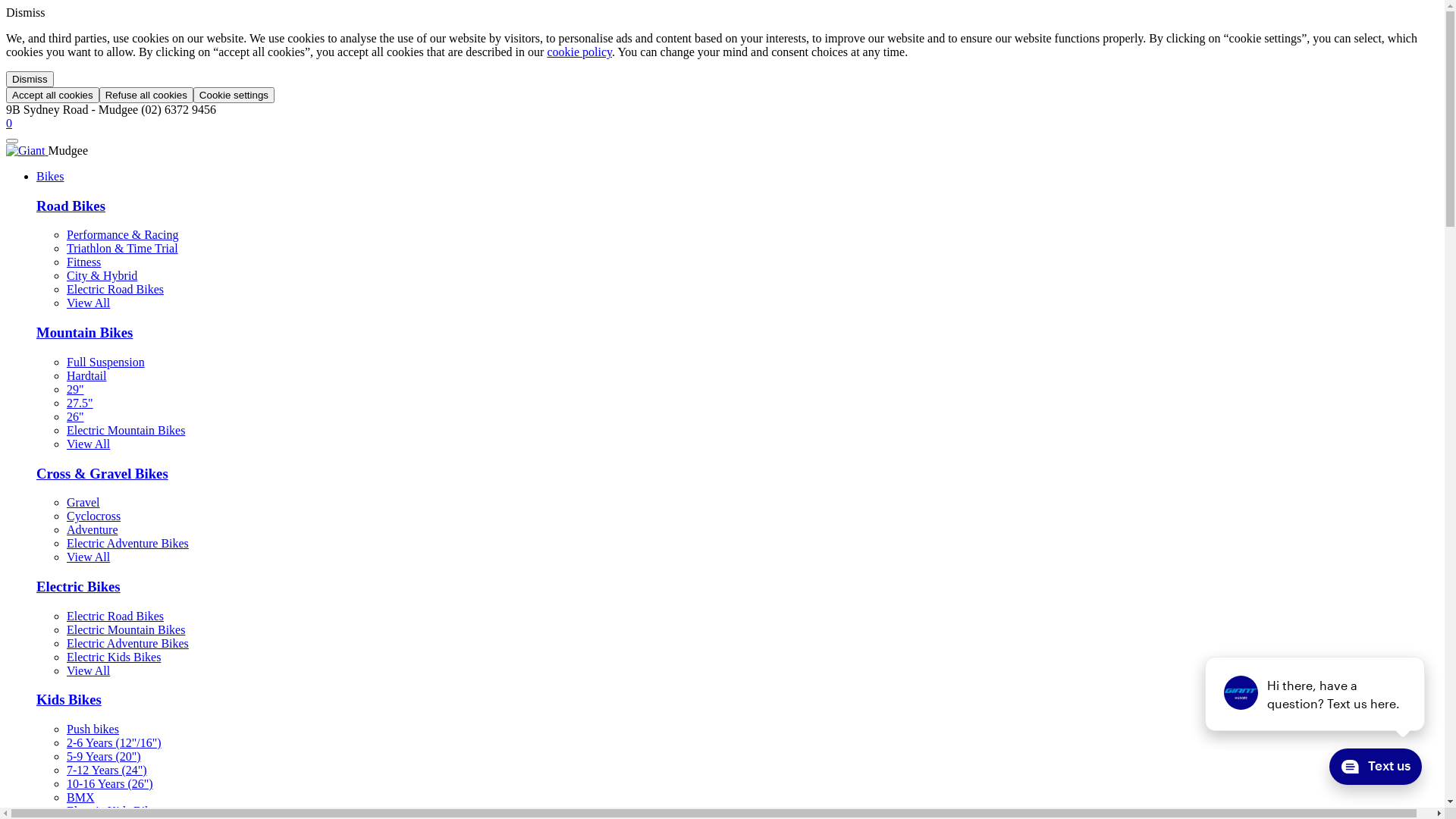  I want to click on 'Cyclocross', so click(93, 515).